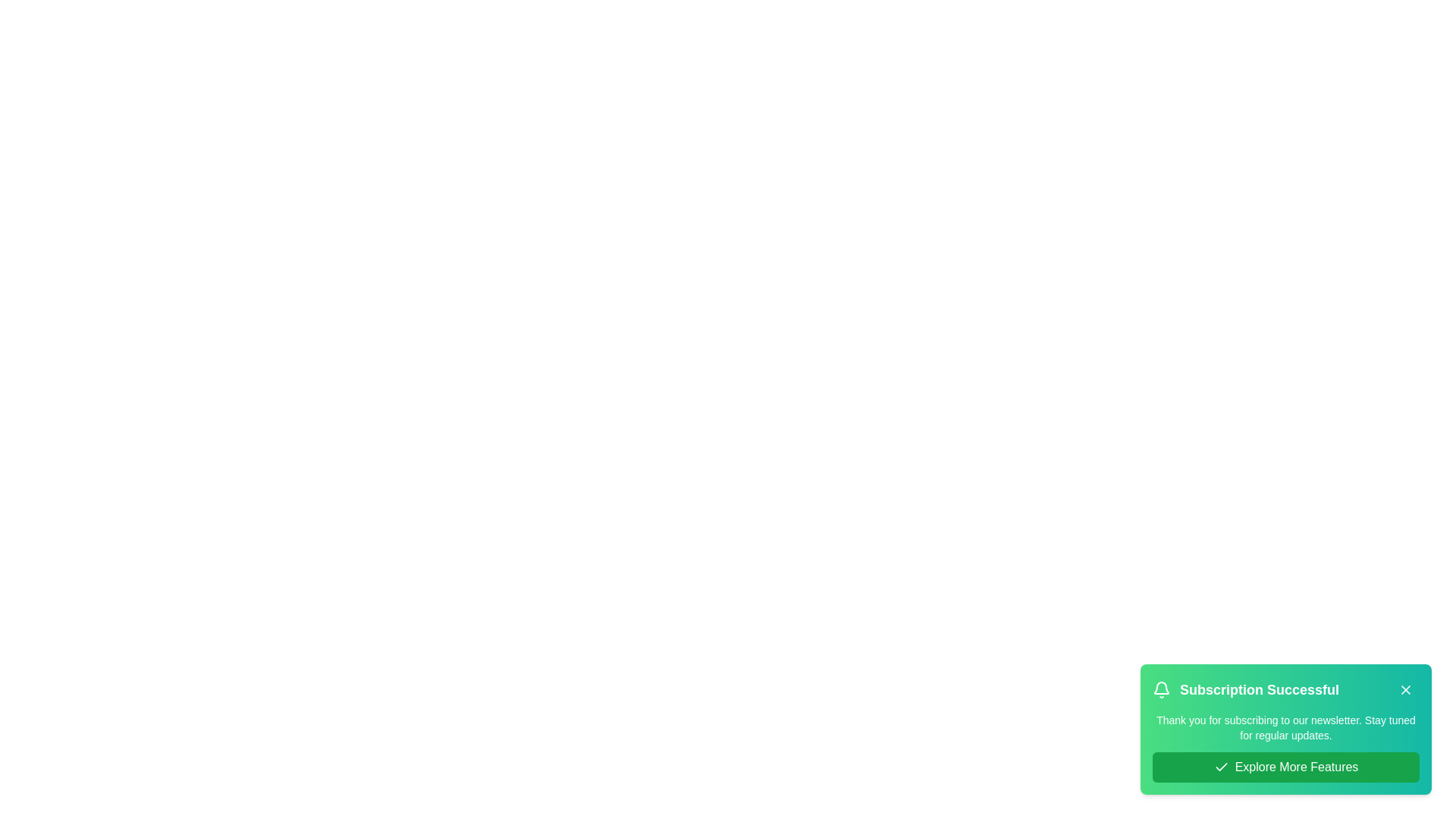  I want to click on the 'Explore More Features' button to trigger its action, so click(1285, 767).